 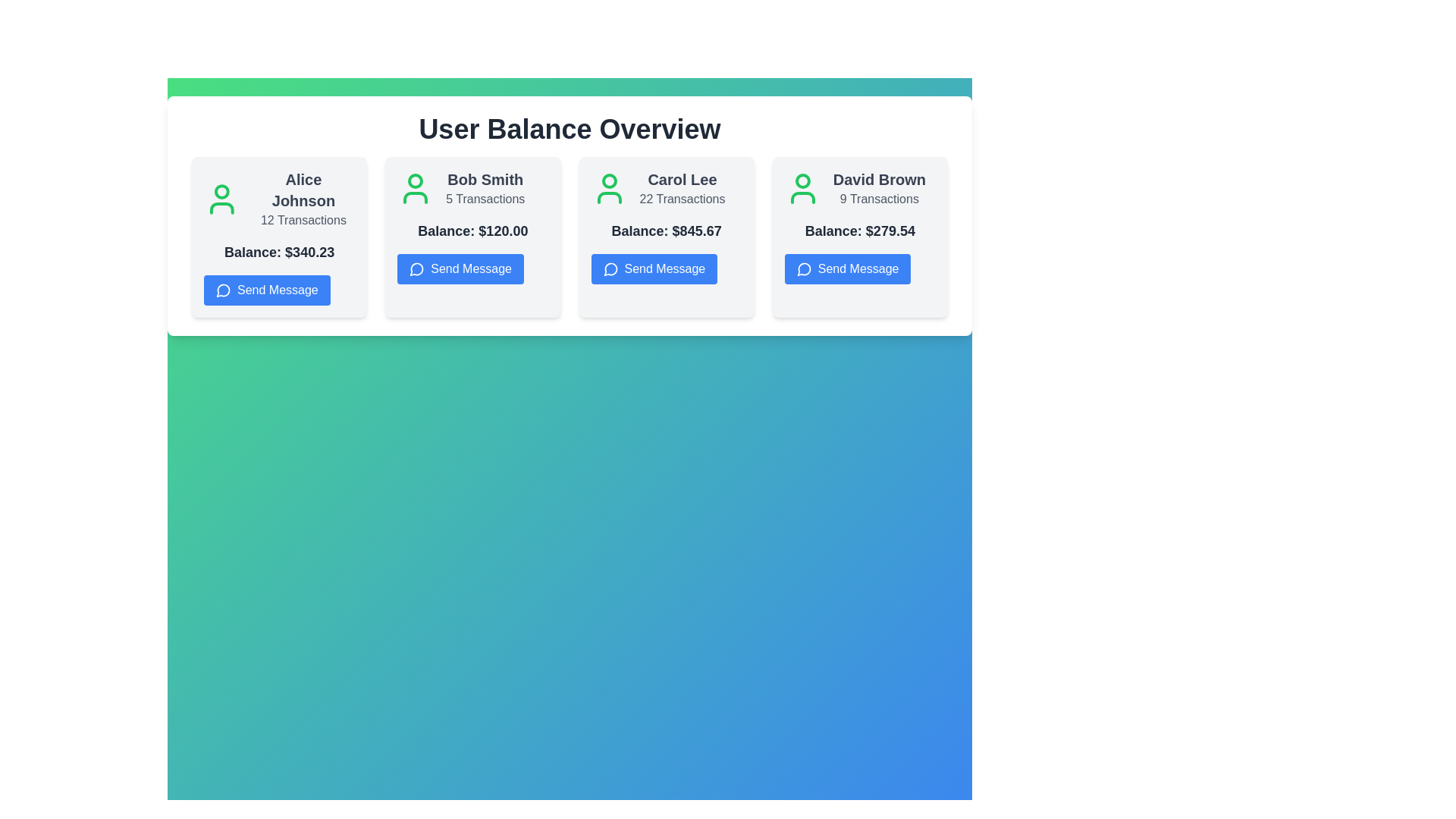 What do you see at coordinates (667, 231) in the screenshot?
I see `the text display element that shows the balance of '$845.67' within the third user information card` at bounding box center [667, 231].